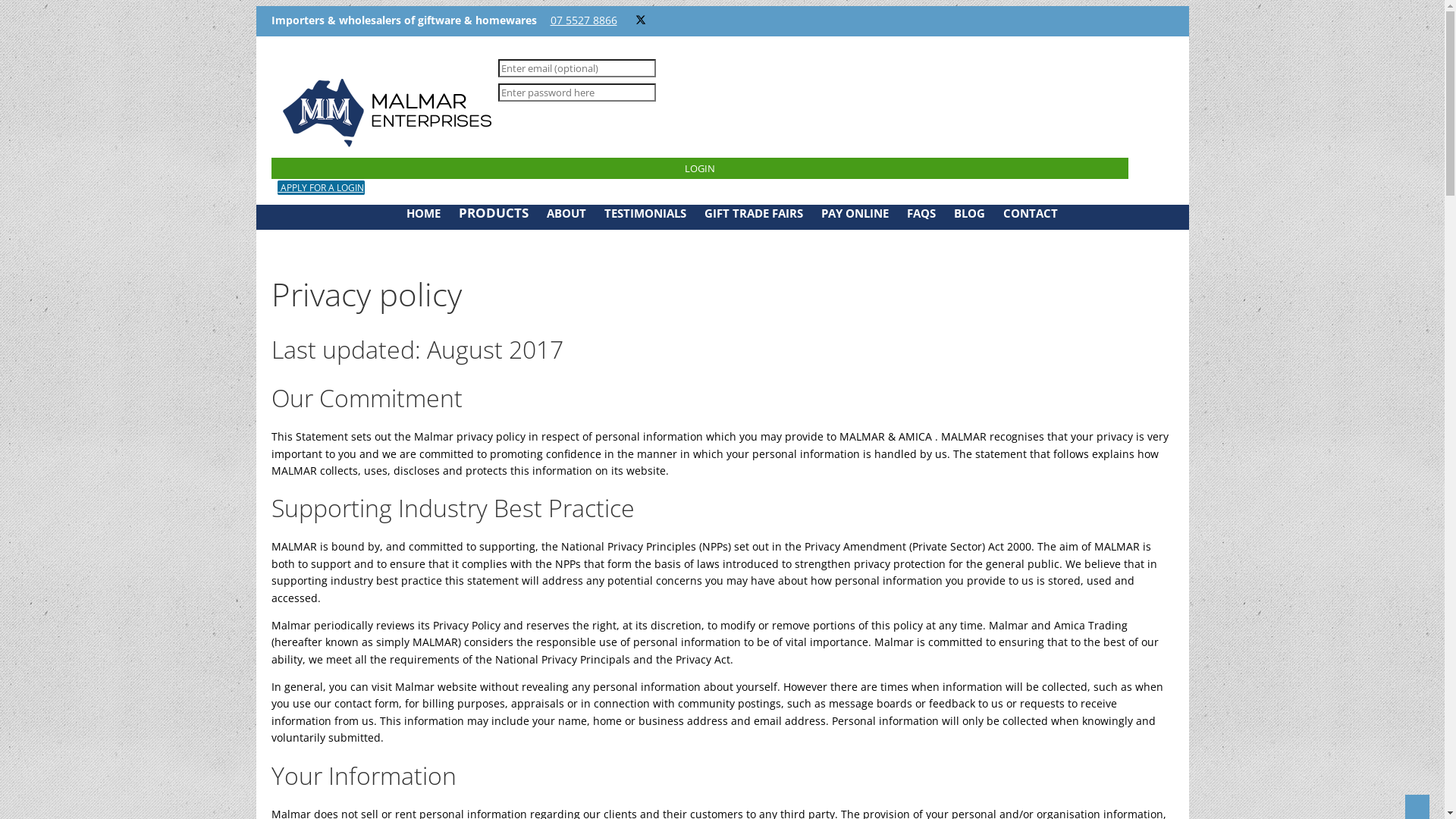 Image resolution: width=1456 pixels, height=819 pixels. Describe the element at coordinates (582, 20) in the screenshot. I see `'07 5527 8866'` at that location.